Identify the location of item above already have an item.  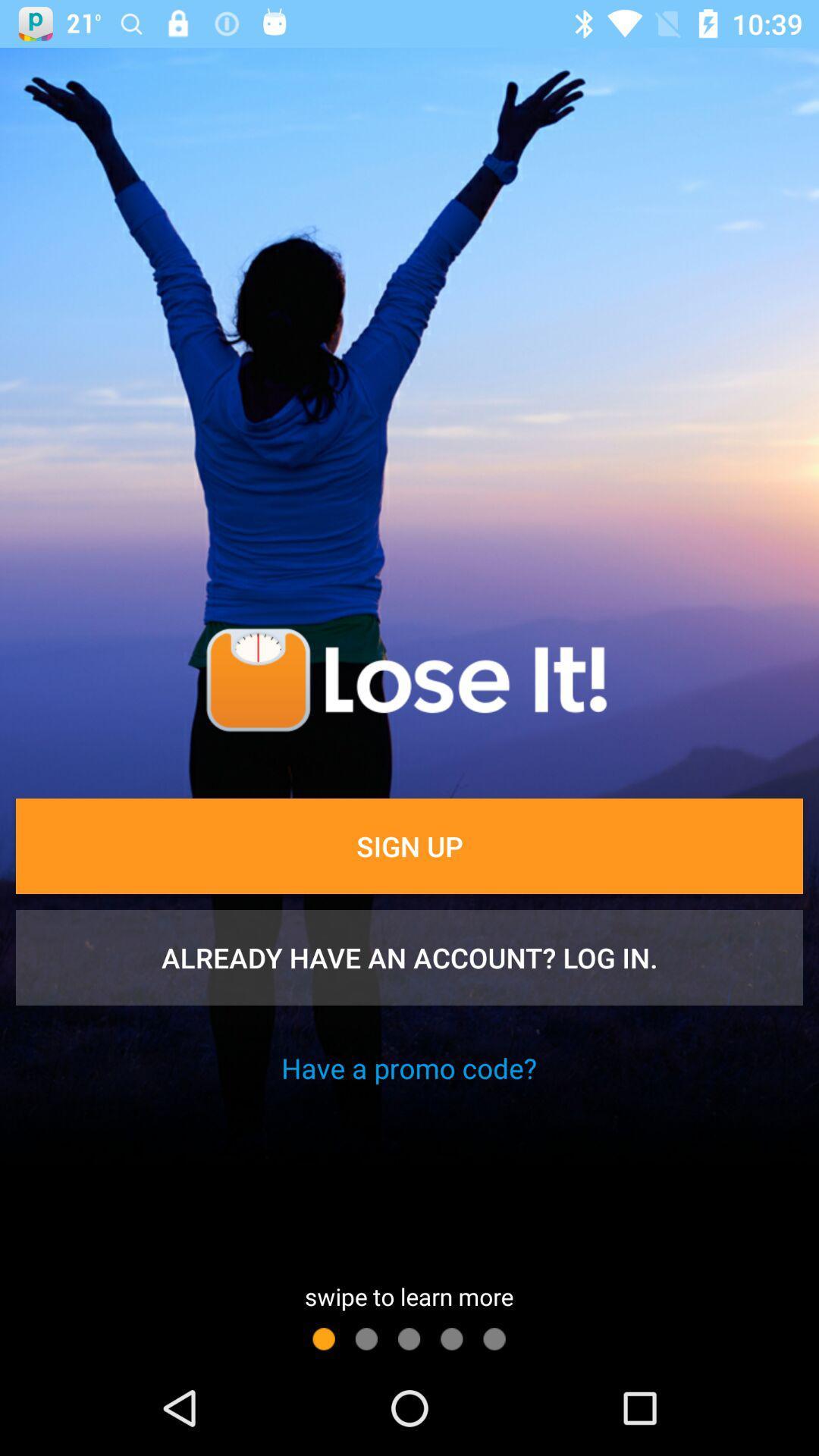
(409, 845).